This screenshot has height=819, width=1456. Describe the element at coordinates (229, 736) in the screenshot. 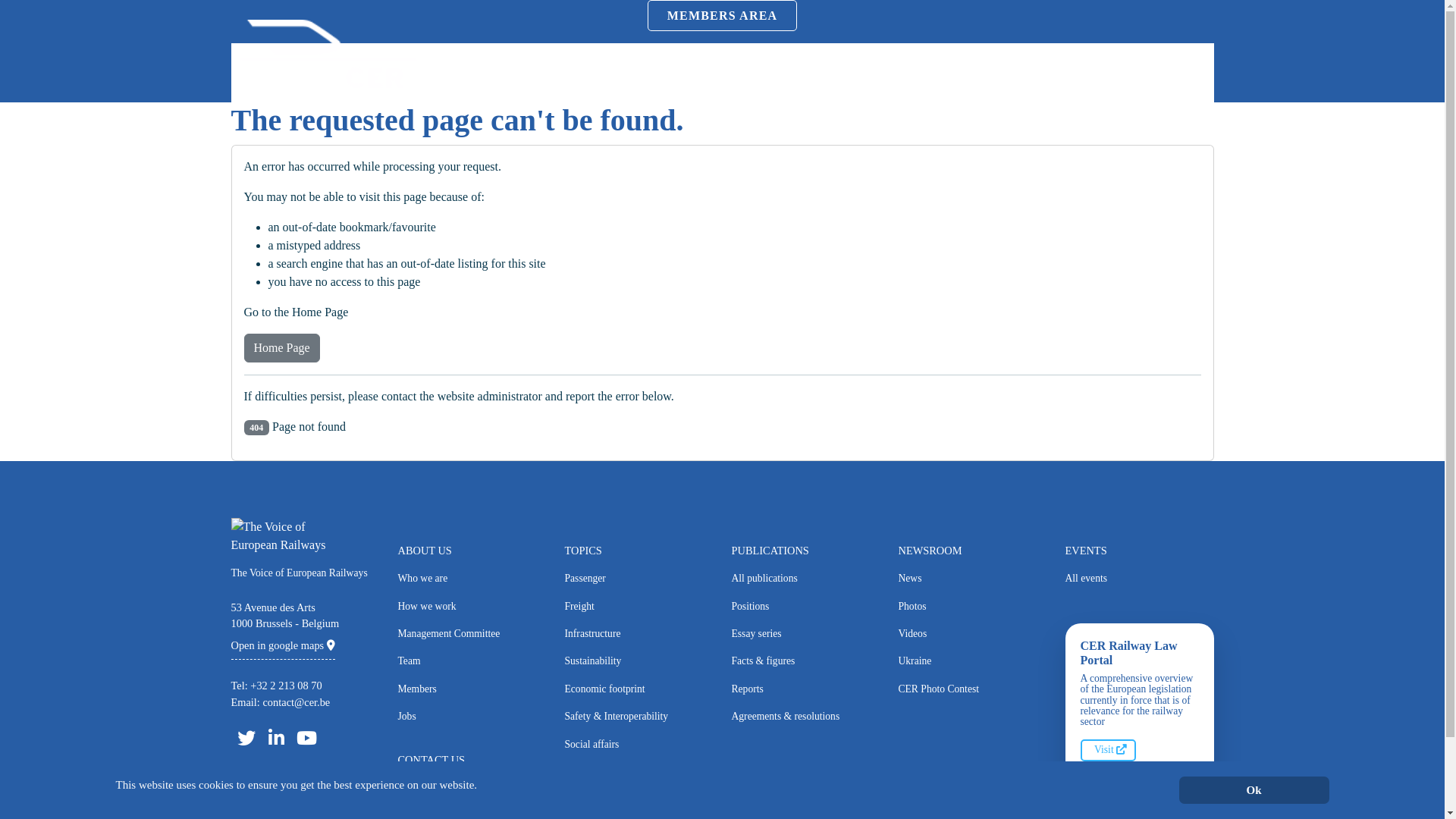

I see `'e.dso twitter'` at that location.